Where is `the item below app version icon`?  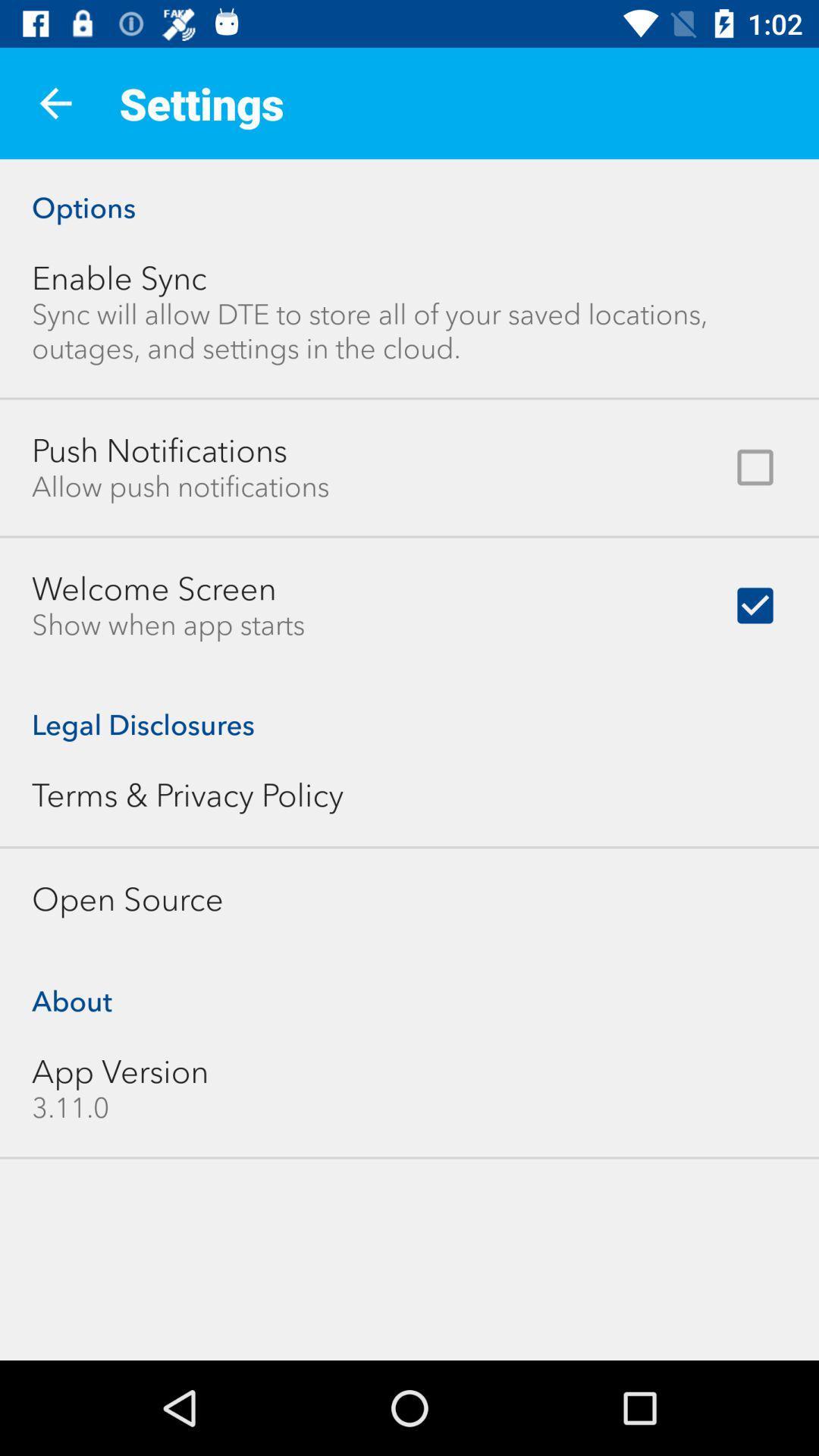 the item below app version icon is located at coordinates (70, 1107).